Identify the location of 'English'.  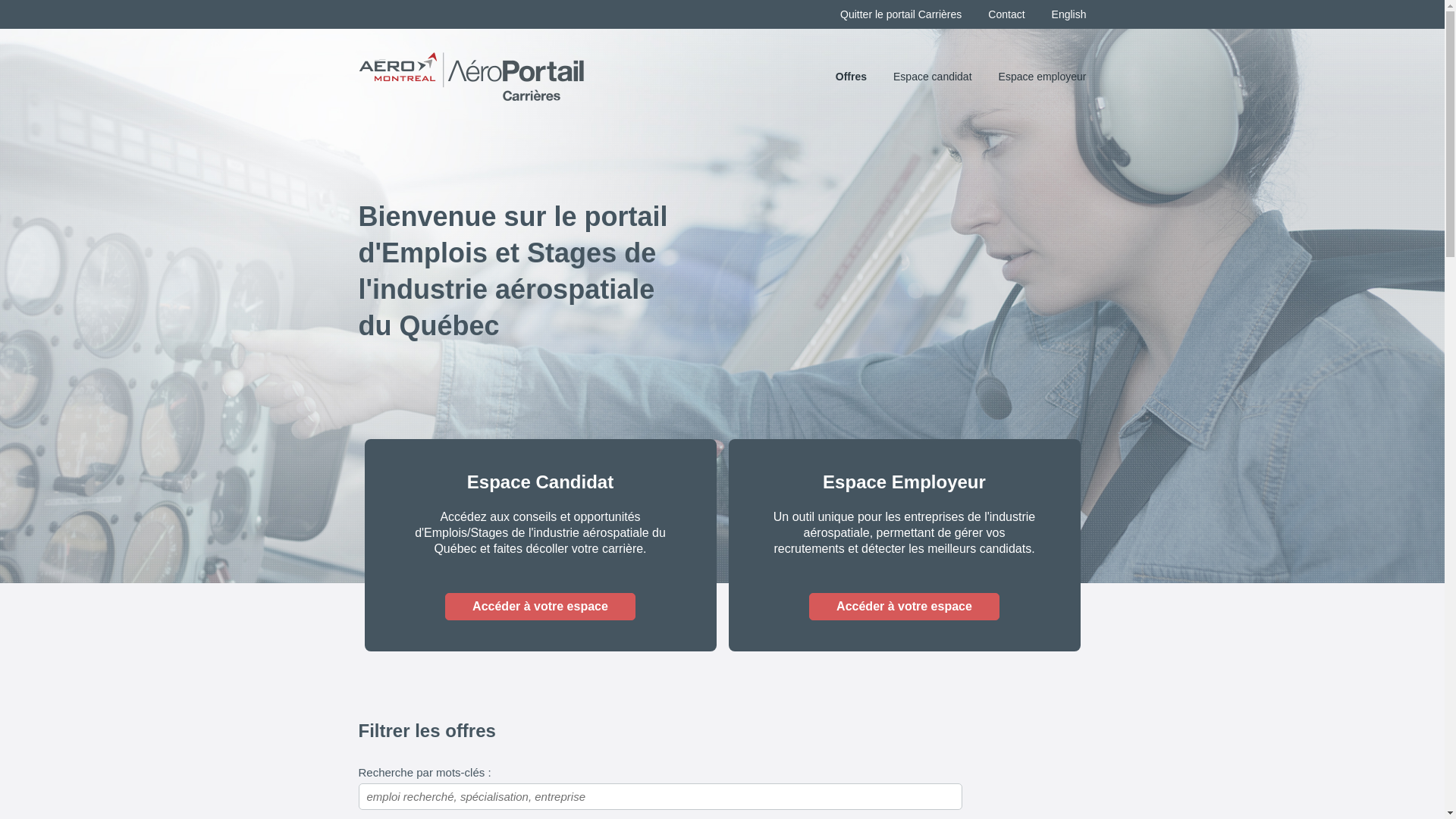
(1068, 14).